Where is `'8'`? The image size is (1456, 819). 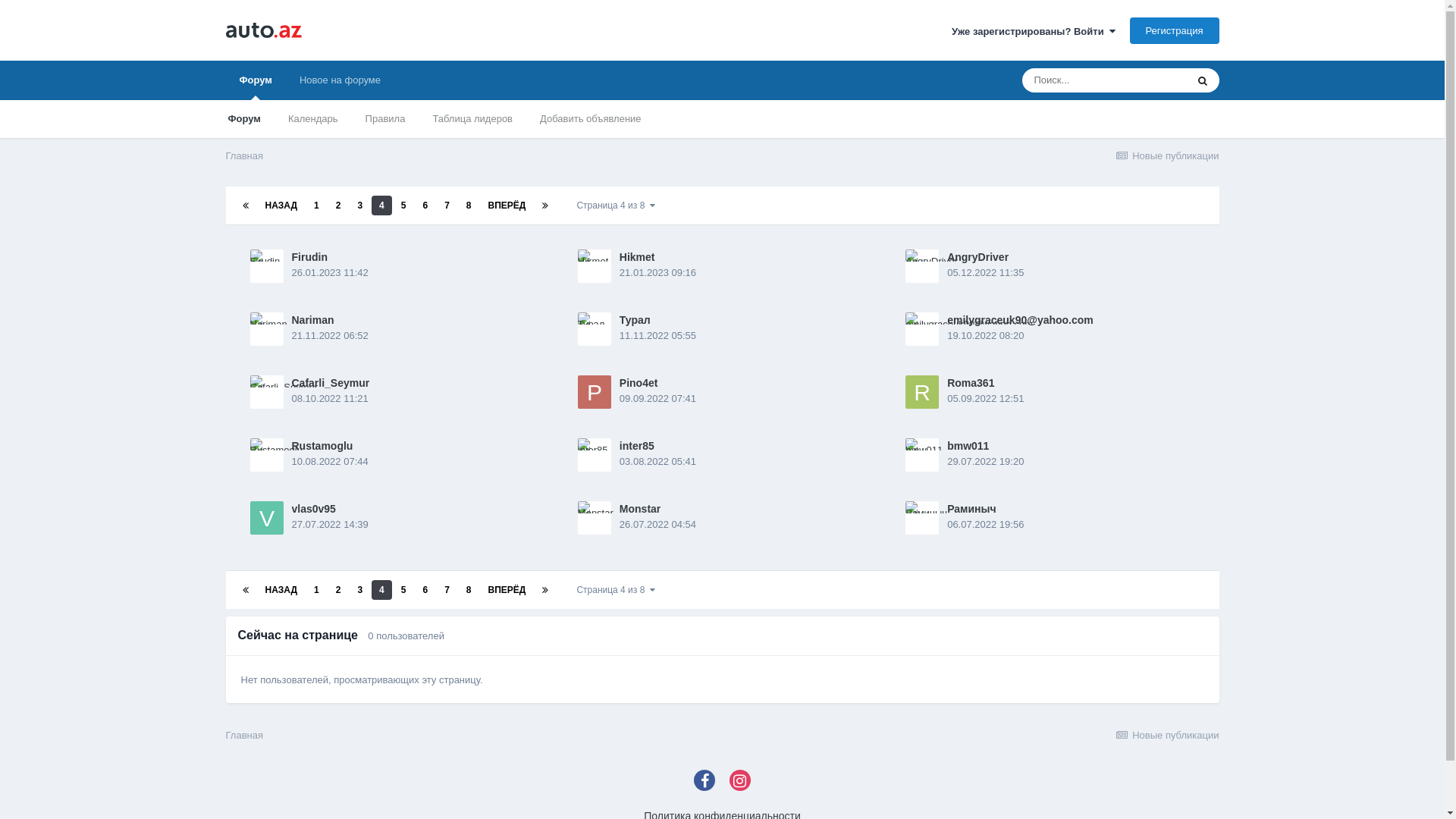
'8' is located at coordinates (457, 205).